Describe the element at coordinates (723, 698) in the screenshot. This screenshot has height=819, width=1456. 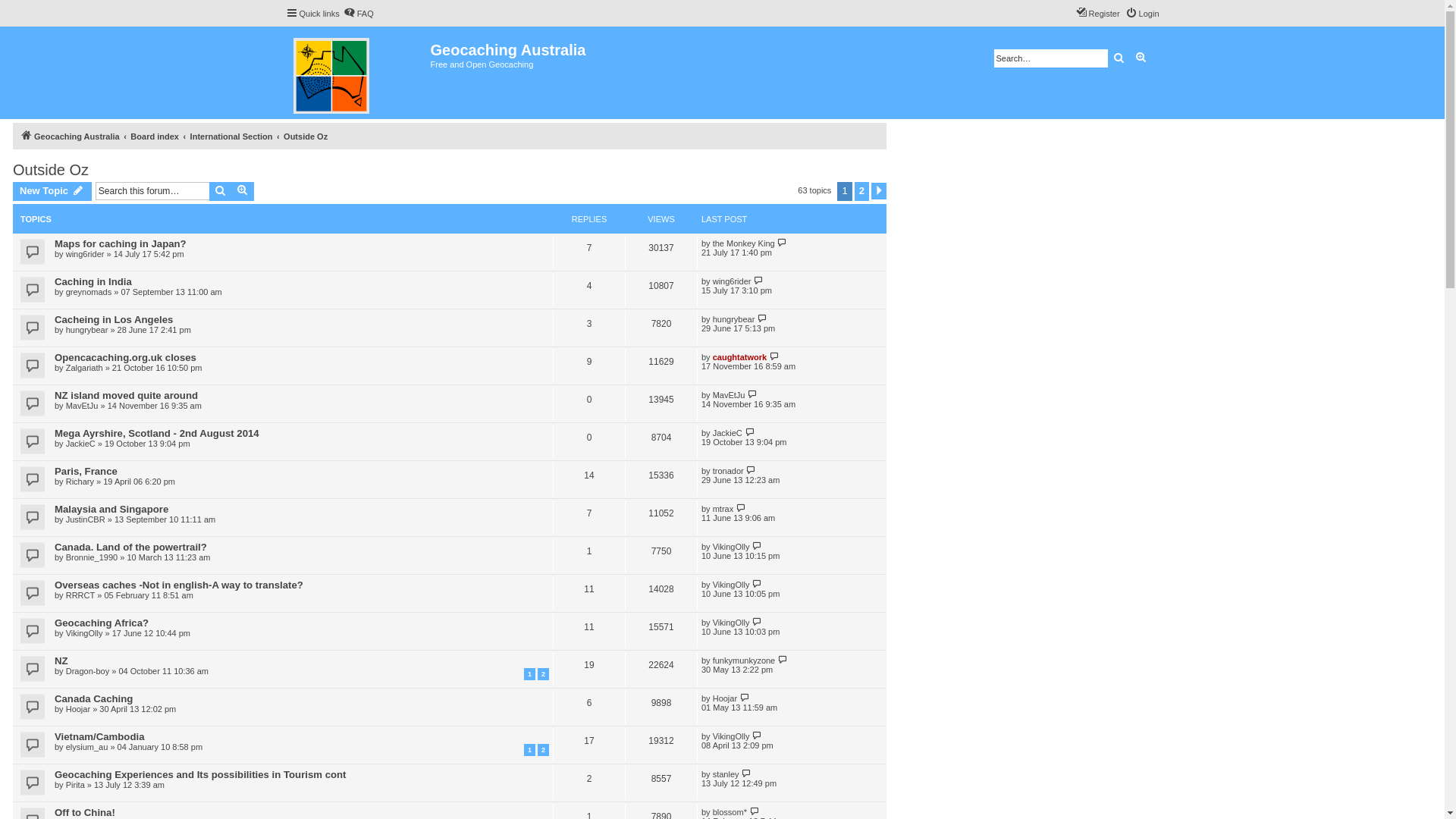
I see `'Hoojar'` at that location.